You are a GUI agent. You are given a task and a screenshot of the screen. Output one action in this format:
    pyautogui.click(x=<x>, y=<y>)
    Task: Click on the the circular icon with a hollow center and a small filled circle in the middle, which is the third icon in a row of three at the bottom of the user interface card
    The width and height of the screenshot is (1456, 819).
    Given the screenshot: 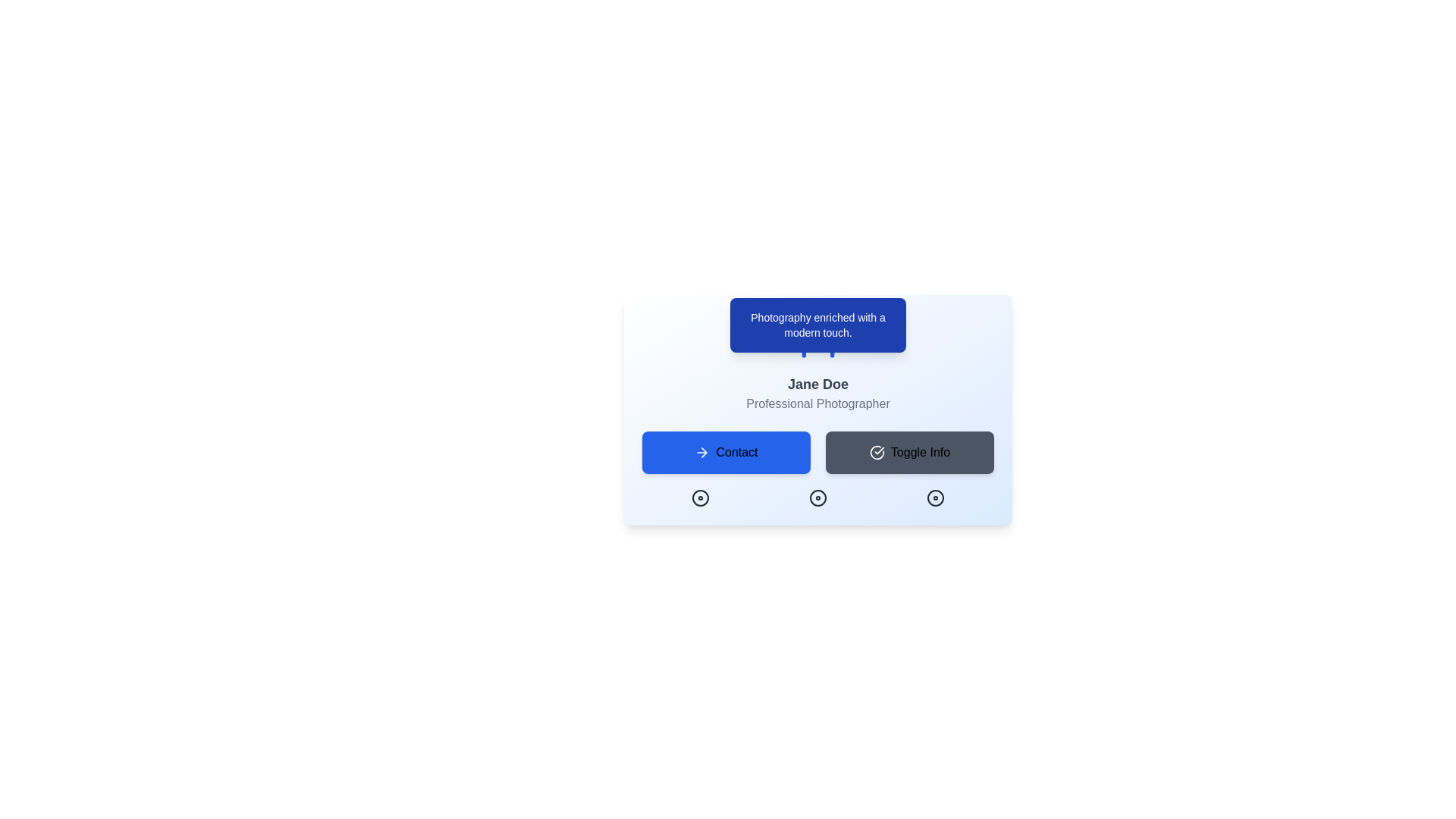 What is the action you would take?
    pyautogui.click(x=934, y=497)
    